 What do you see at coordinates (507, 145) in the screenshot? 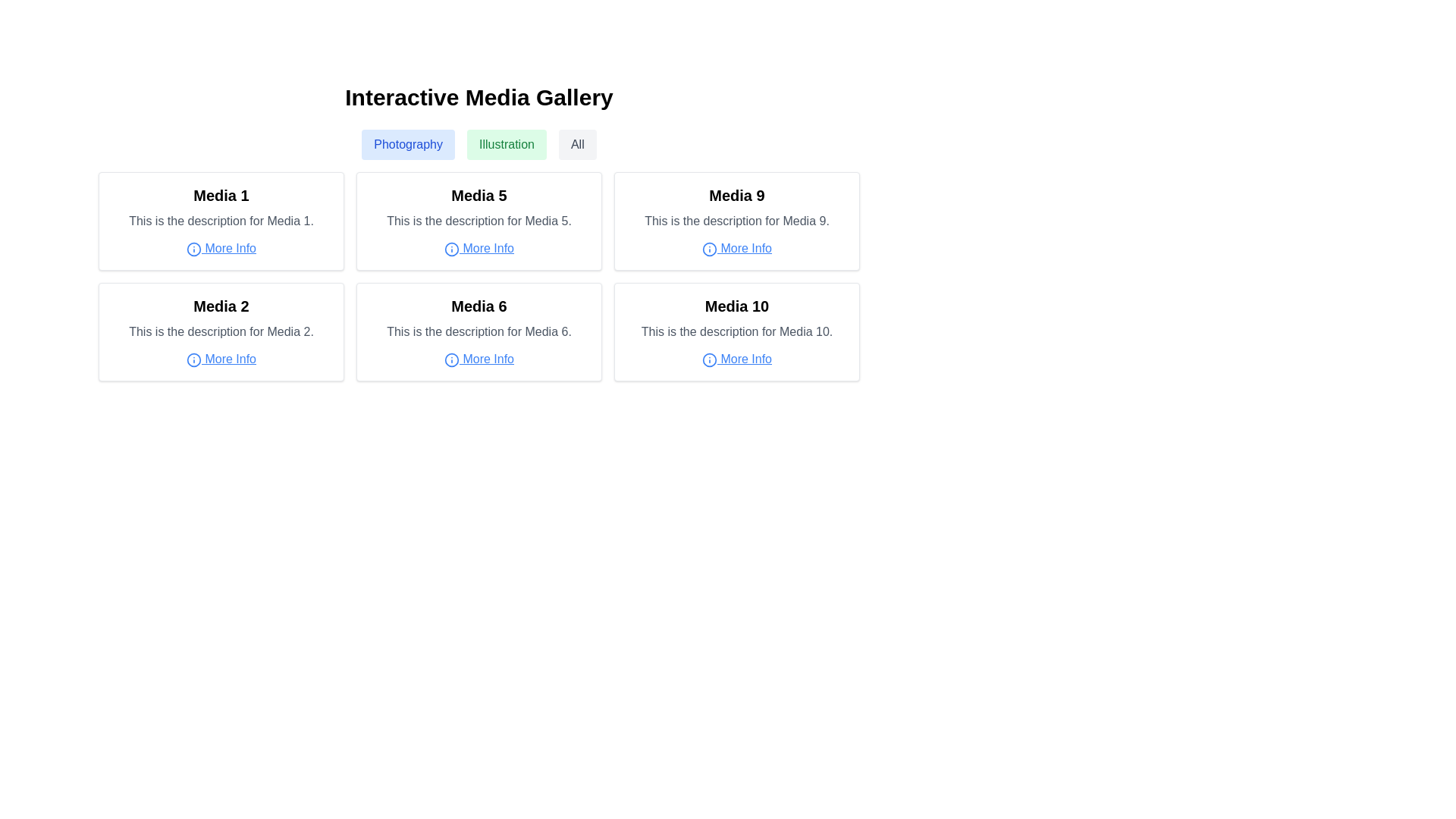
I see `the middle button labeled 'Illustration' with a light green background` at bounding box center [507, 145].